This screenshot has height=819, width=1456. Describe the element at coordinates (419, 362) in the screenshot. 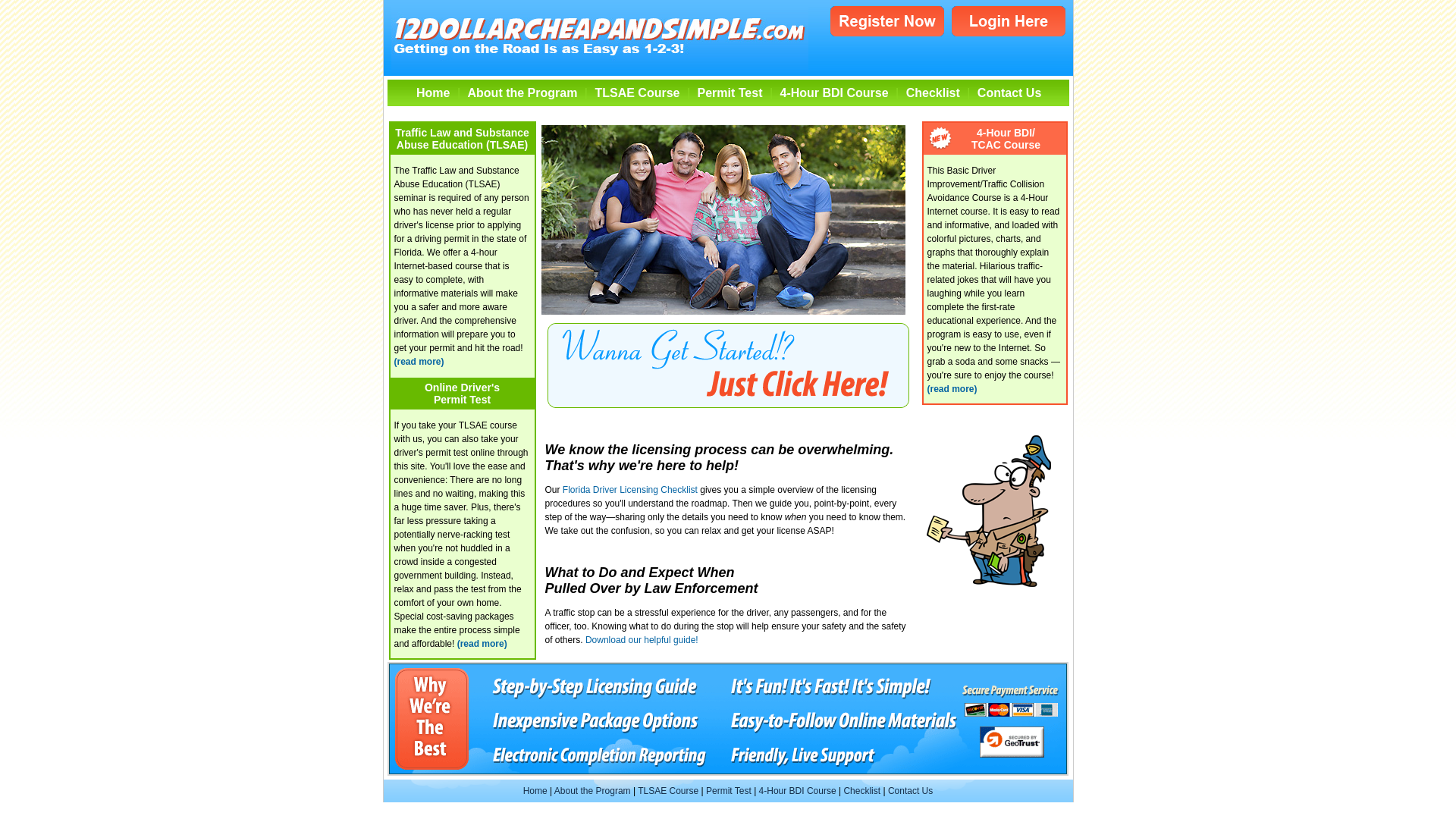

I see `'(read more)'` at that location.